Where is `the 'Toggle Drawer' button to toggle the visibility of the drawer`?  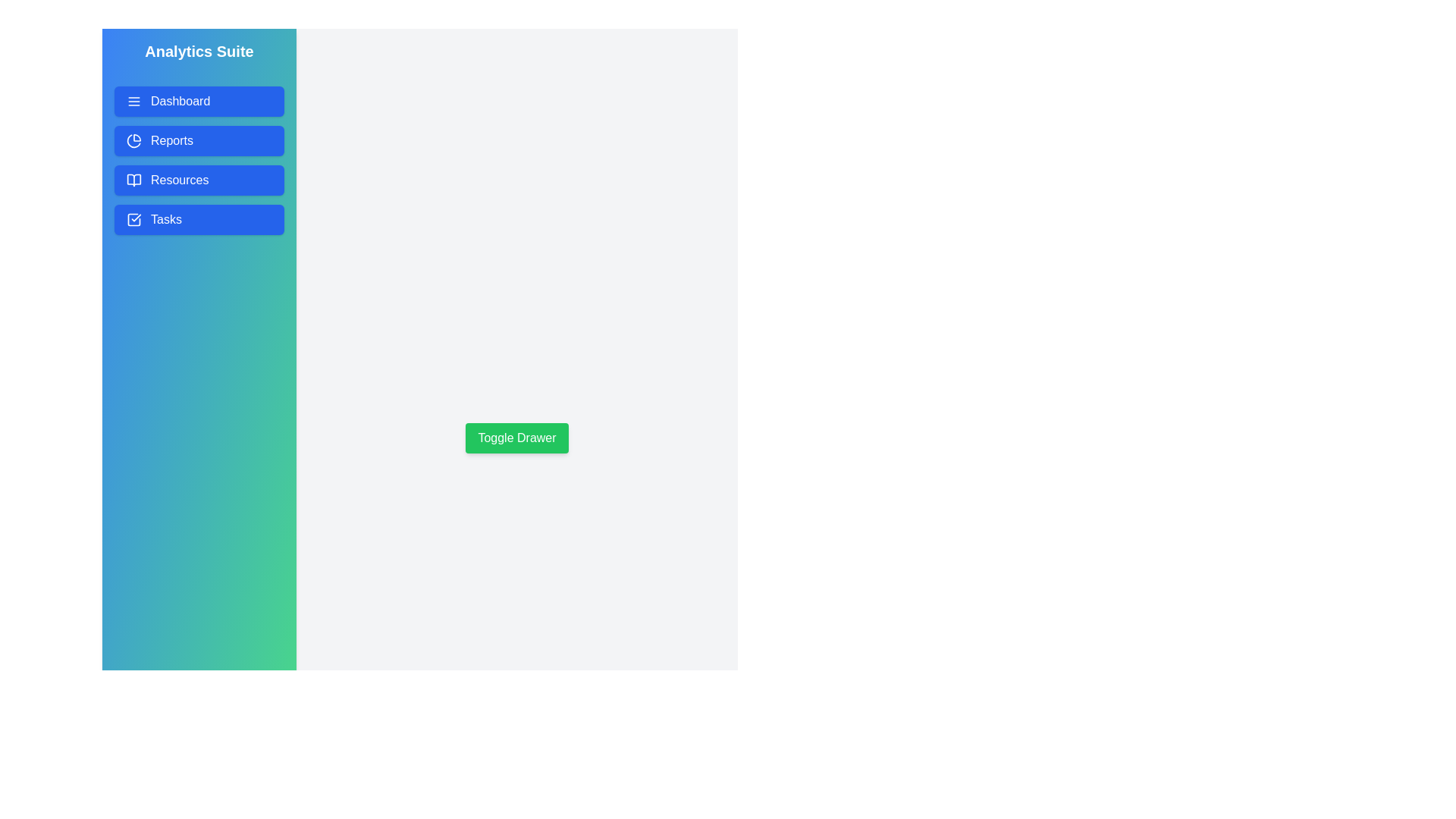
the 'Toggle Drawer' button to toggle the visibility of the drawer is located at coordinates (516, 438).